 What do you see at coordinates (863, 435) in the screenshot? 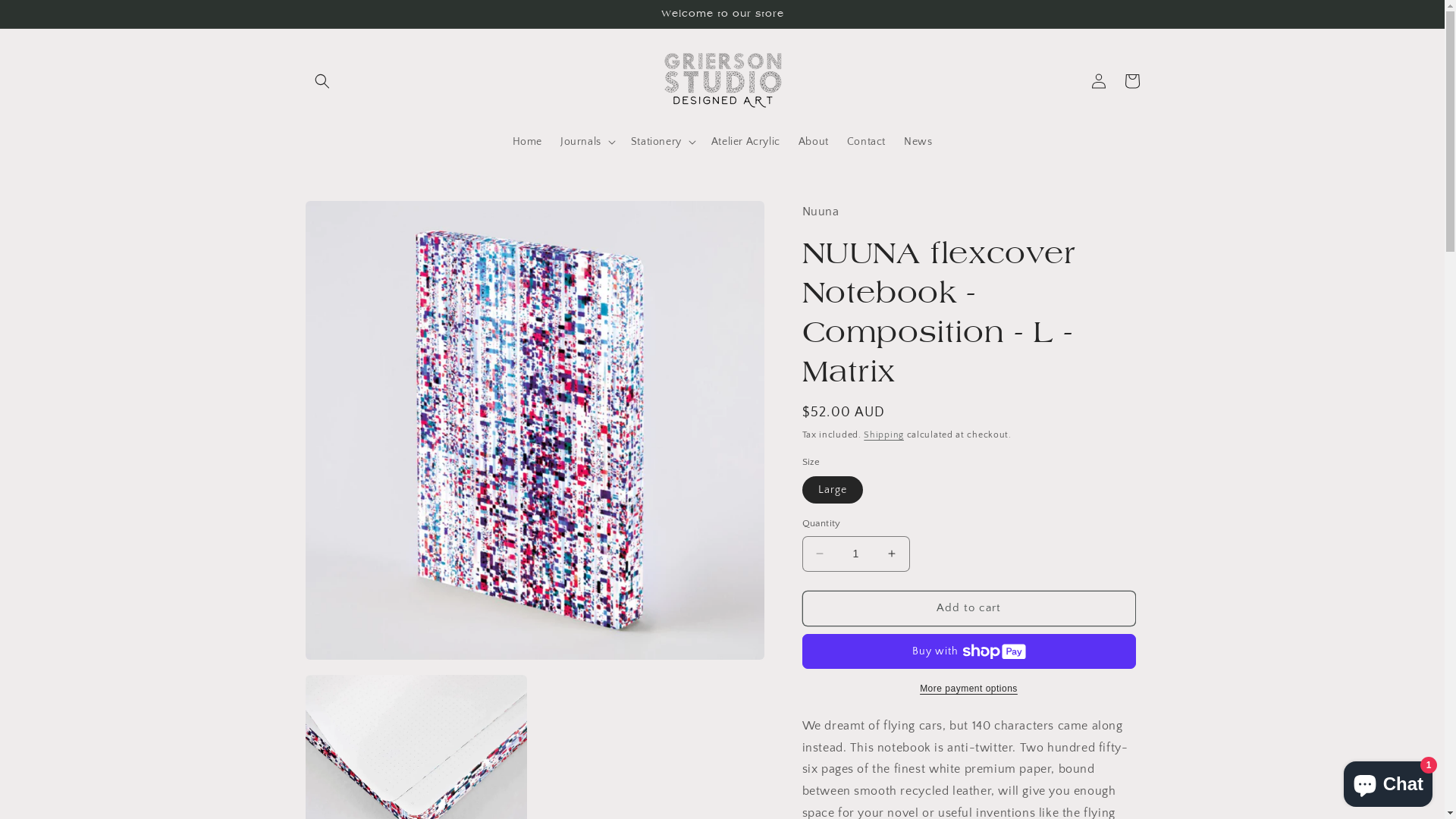
I see `'Shipping'` at bounding box center [863, 435].